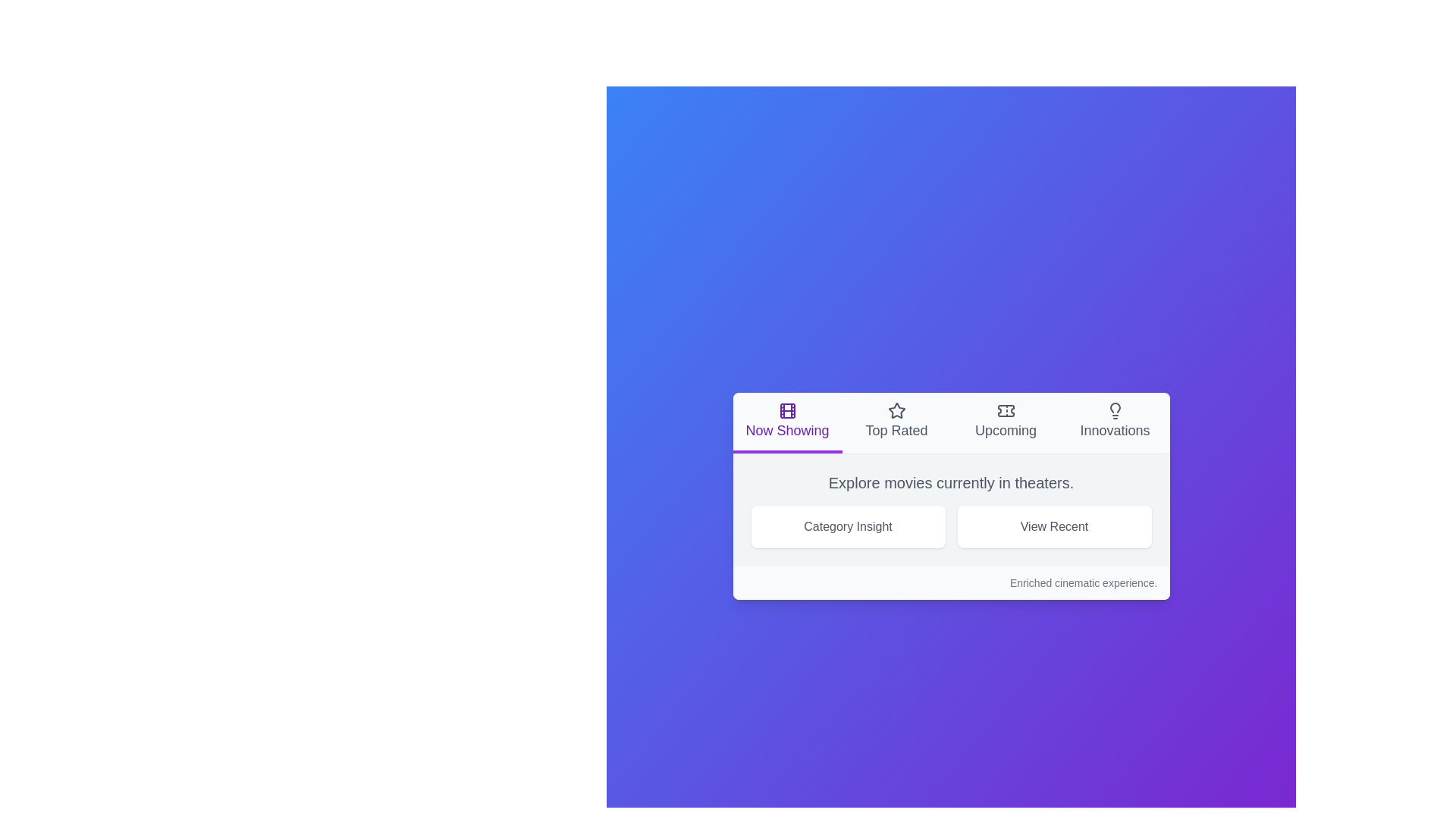 The image size is (1456, 819). I want to click on the fourth icon in the top menu bar, so click(1115, 410).